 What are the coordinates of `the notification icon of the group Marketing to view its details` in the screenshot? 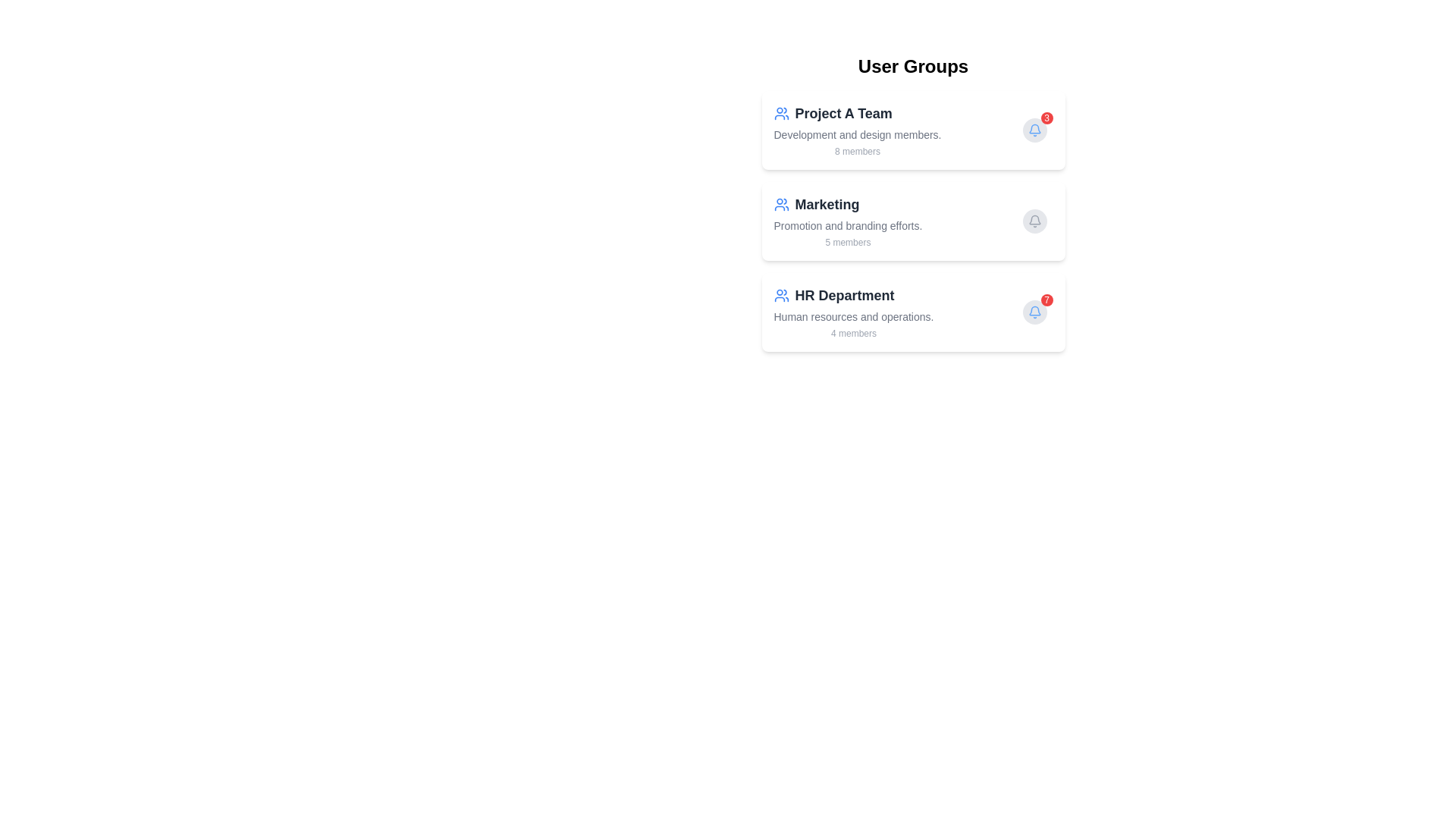 It's located at (1034, 221).